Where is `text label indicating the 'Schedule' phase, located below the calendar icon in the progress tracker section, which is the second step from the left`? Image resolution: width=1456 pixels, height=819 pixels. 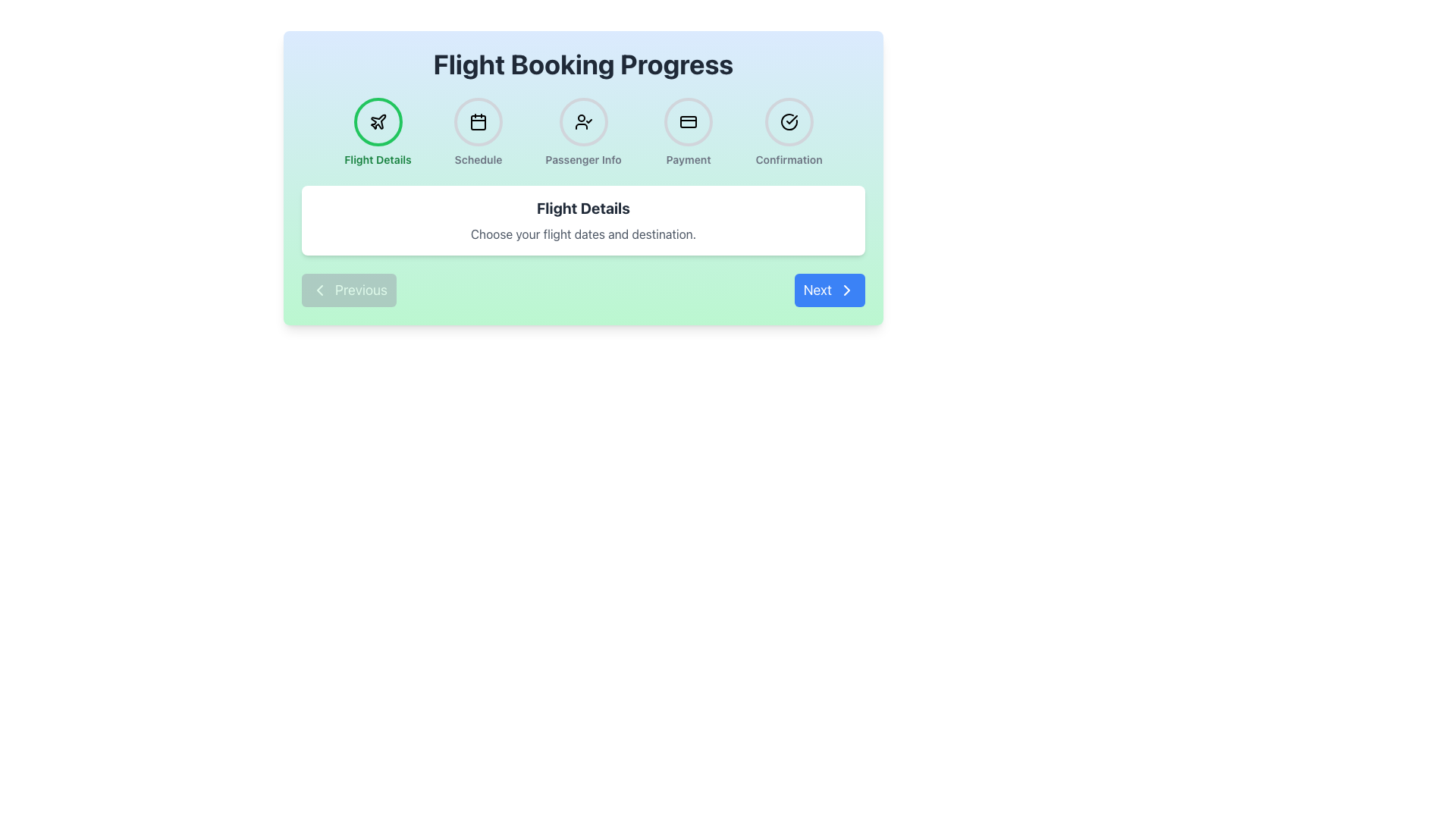
text label indicating the 'Schedule' phase, located below the calendar icon in the progress tracker section, which is the second step from the left is located at coordinates (478, 160).